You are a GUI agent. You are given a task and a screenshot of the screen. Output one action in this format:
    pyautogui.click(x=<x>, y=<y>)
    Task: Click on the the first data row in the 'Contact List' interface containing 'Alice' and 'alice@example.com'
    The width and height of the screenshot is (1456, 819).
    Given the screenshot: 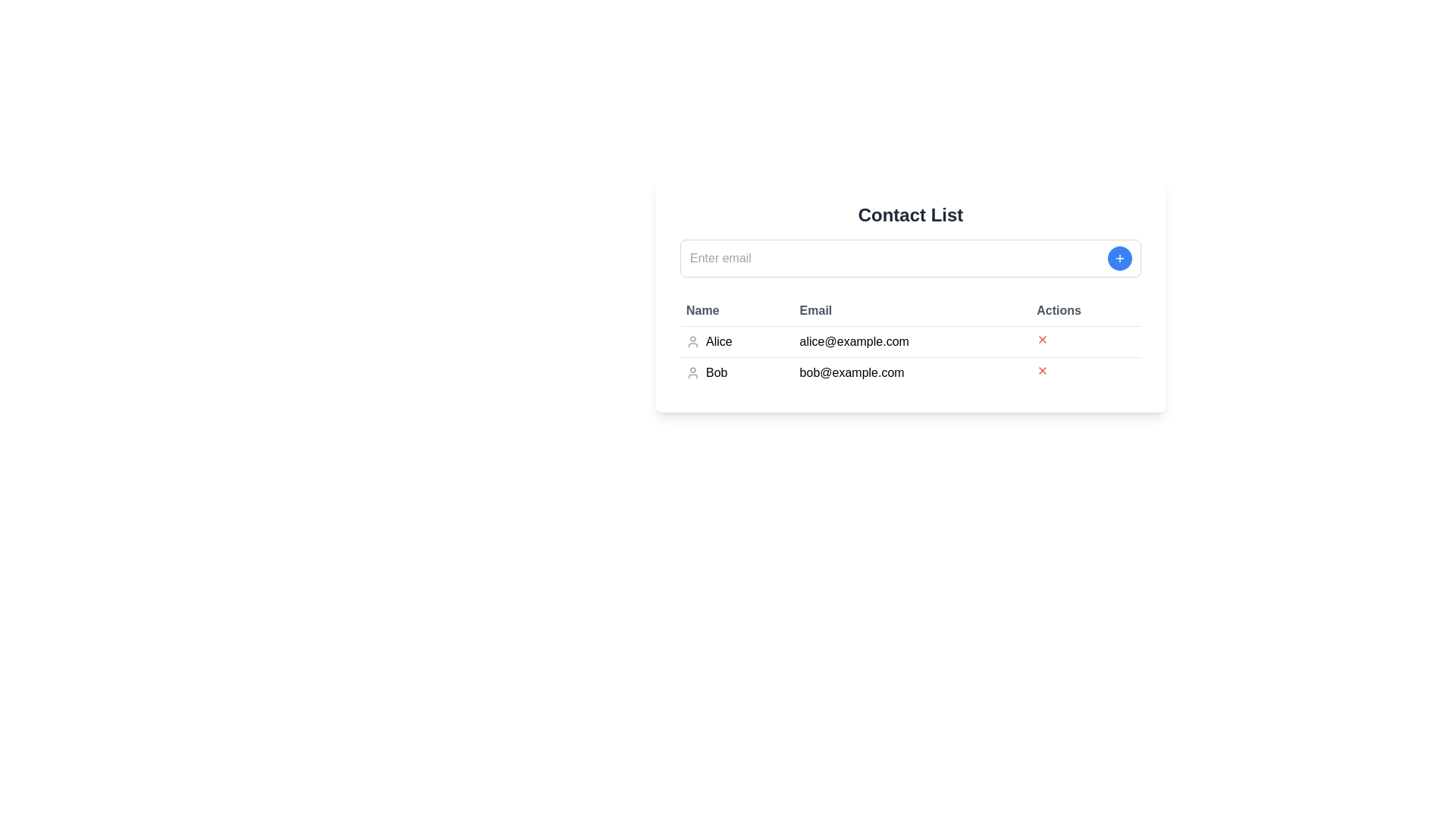 What is the action you would take?
    pyautogui.click(x=910, y=356)
    